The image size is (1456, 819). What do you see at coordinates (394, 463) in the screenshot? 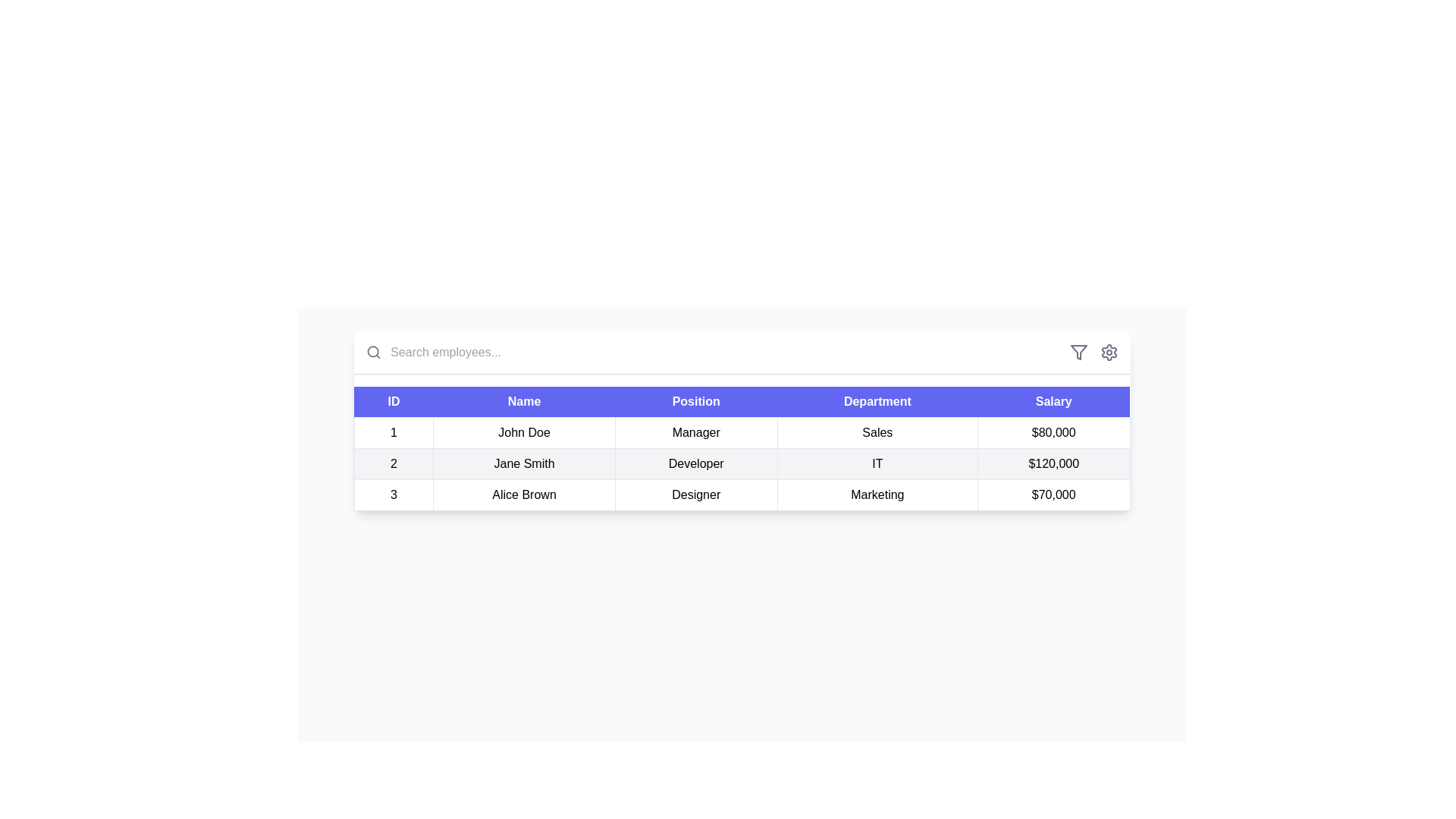
I see `the table cell displaying the number '2', which is the first cell in the second row of the table, aligned with the header labeled 'ID'` at bounding box center [394, 463].